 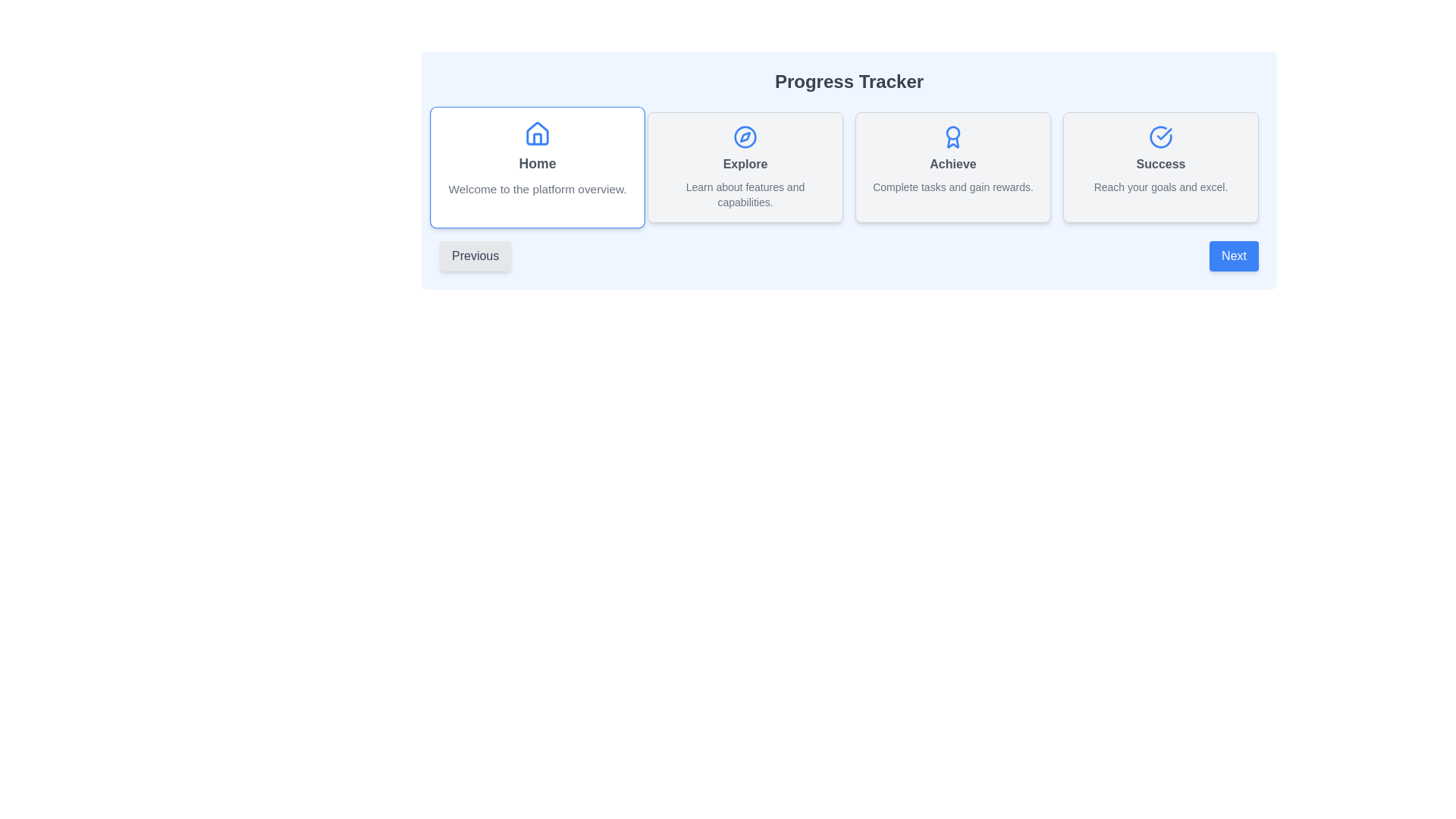 What do you see at coordinates (745, 167) in the screenshot?
I see `the second card in the horizontal grid that serves as a navigation feature for exploring application capabilities` at bounding box center [745, 167].